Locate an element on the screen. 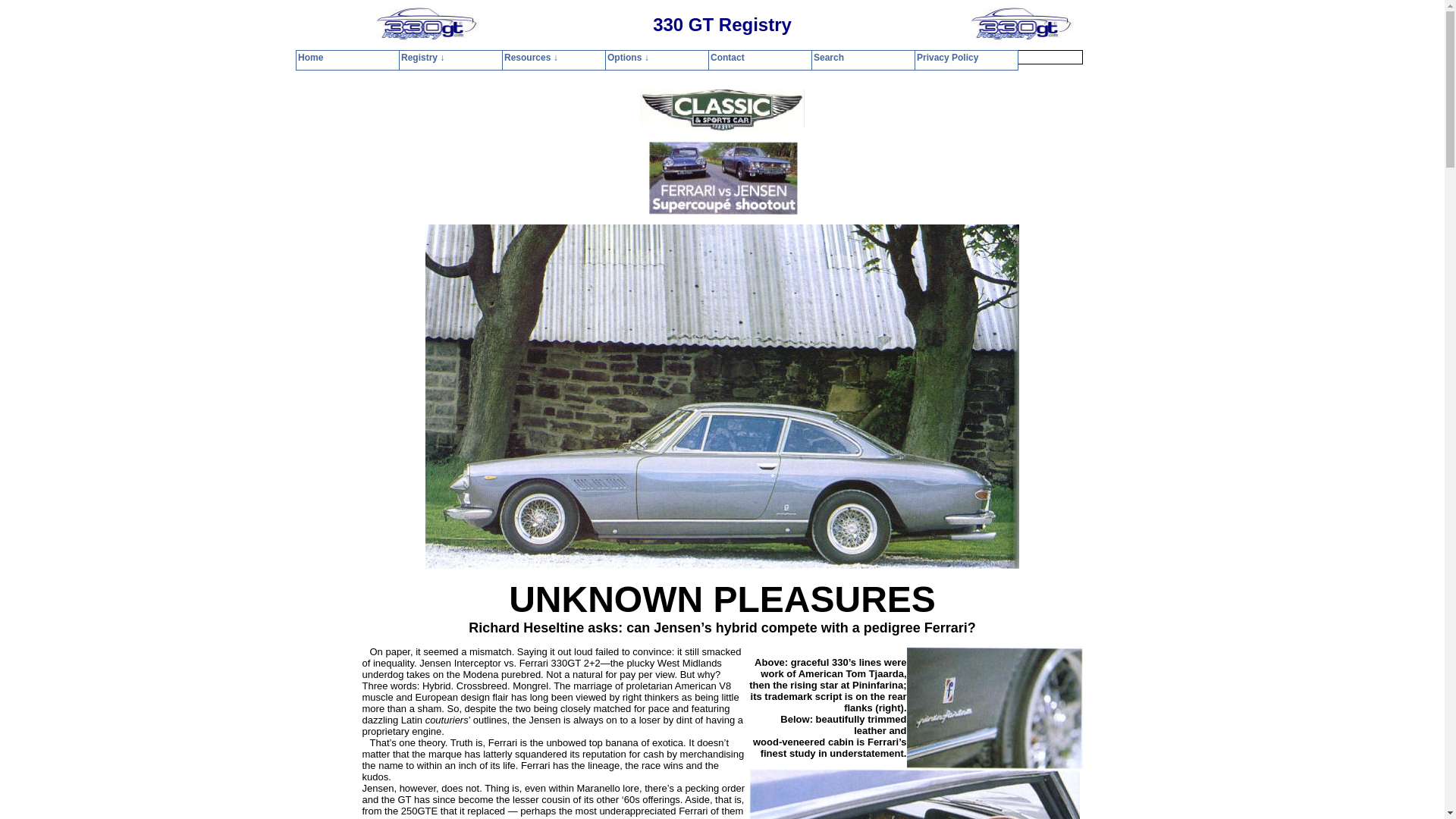 The height and width of the screenshot is (819, 1456). 'Privacy Policy' is located at coordinates (859, 56).